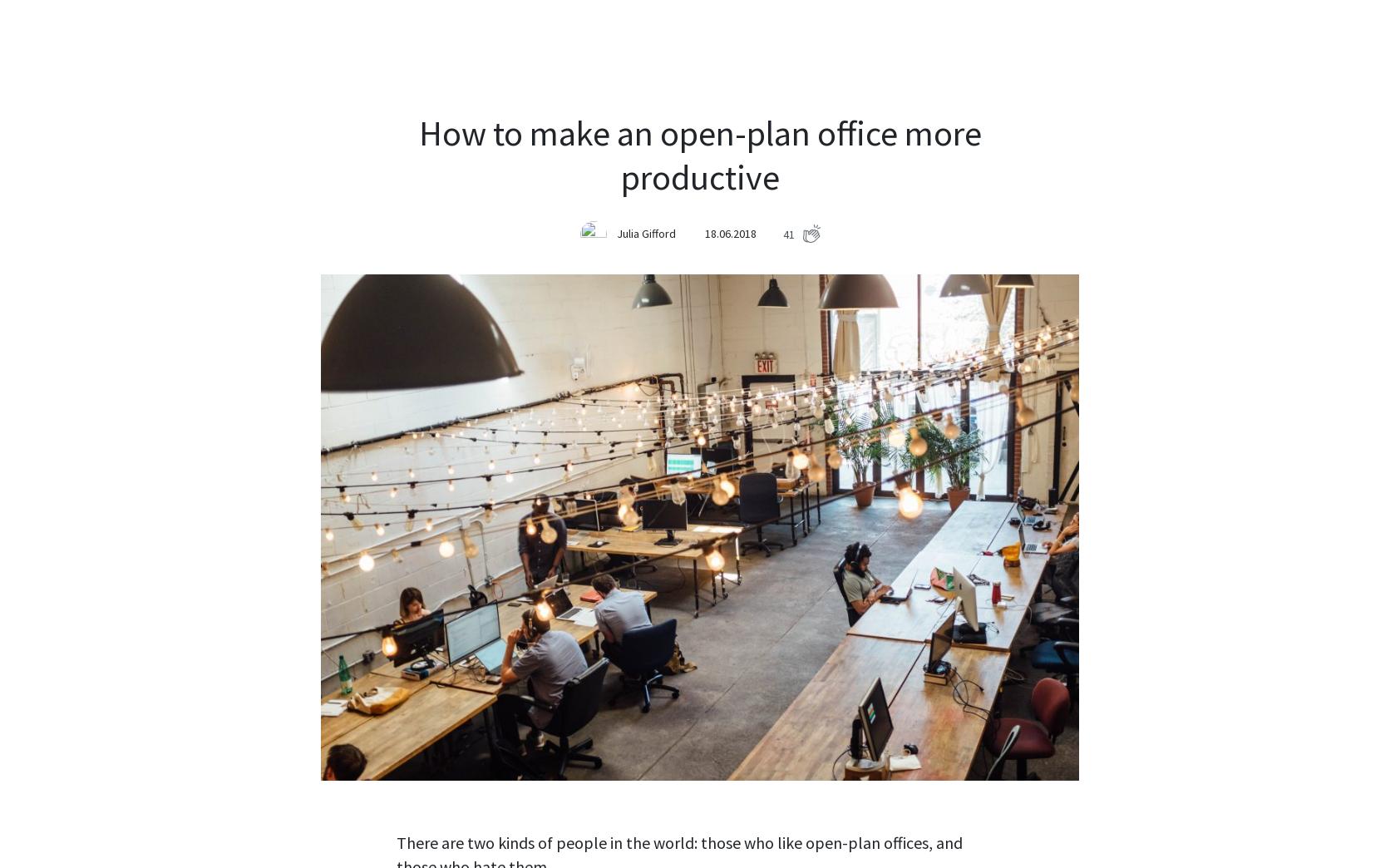 This screenshot has height=868, width=1400. Describe the element at coordinates (700, 754) in the screenshot. I see `'Did you find this article useful? Give it a clap!'` at that location.